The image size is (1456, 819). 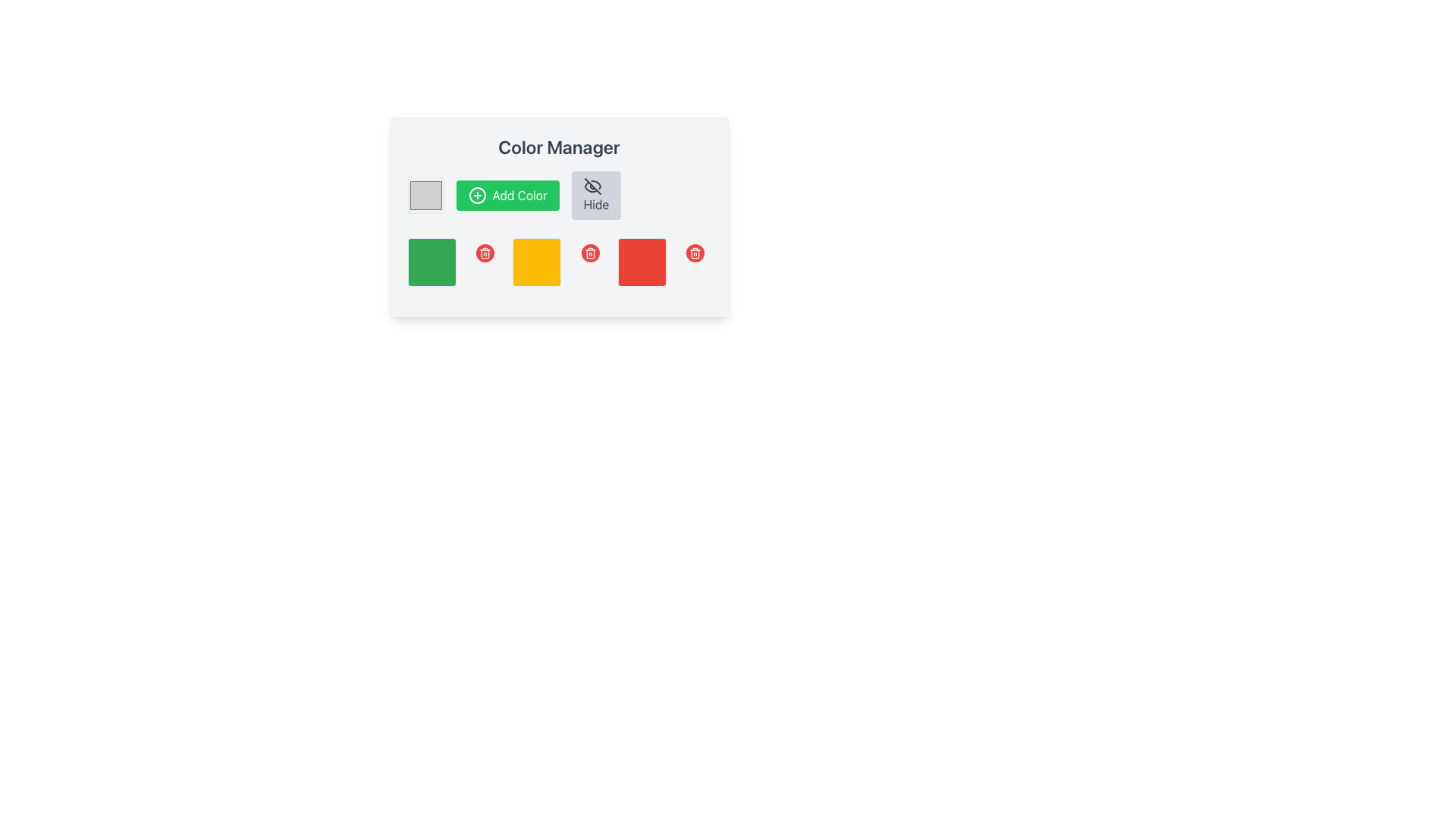 I want to click on the eye-off icon located within the 'Hide' button, styled in gray with a line crossing through it, indicating the 'hidden' concept, so click(x=591, y=186).